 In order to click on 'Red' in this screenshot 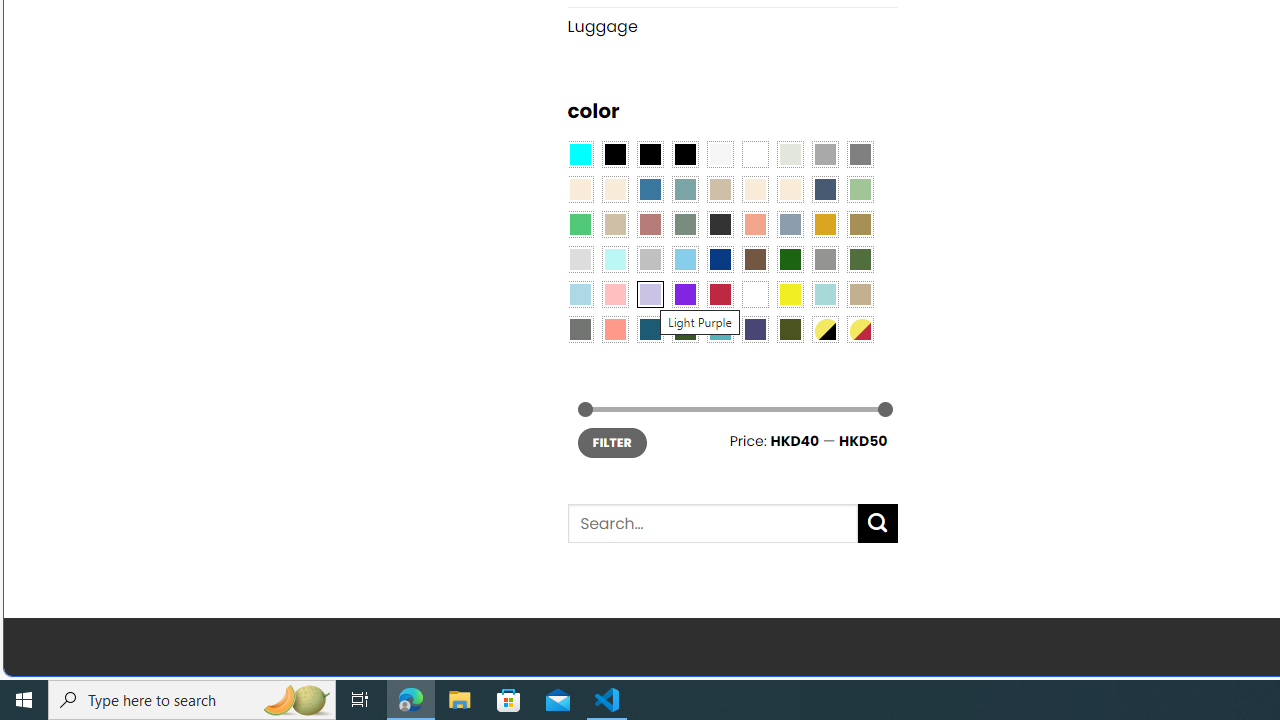, I will do `click(720, 295)`.